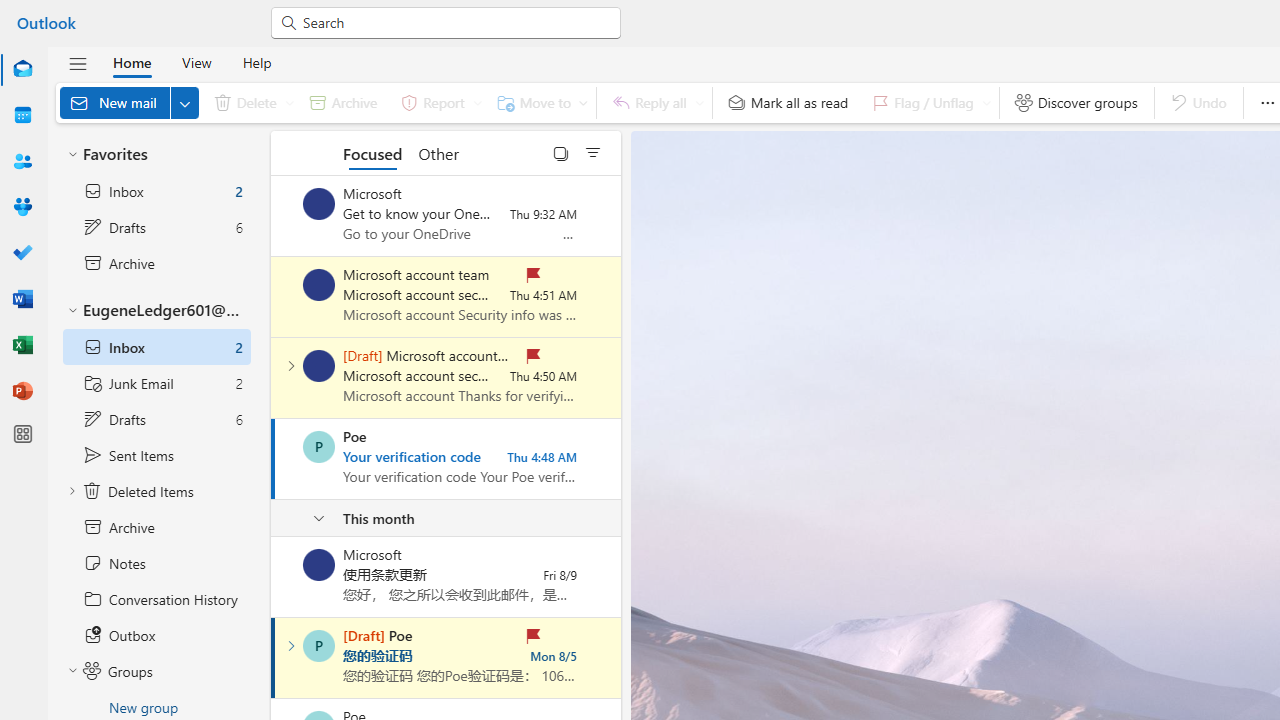  I want to click on 'Mail', so click(23, 68).